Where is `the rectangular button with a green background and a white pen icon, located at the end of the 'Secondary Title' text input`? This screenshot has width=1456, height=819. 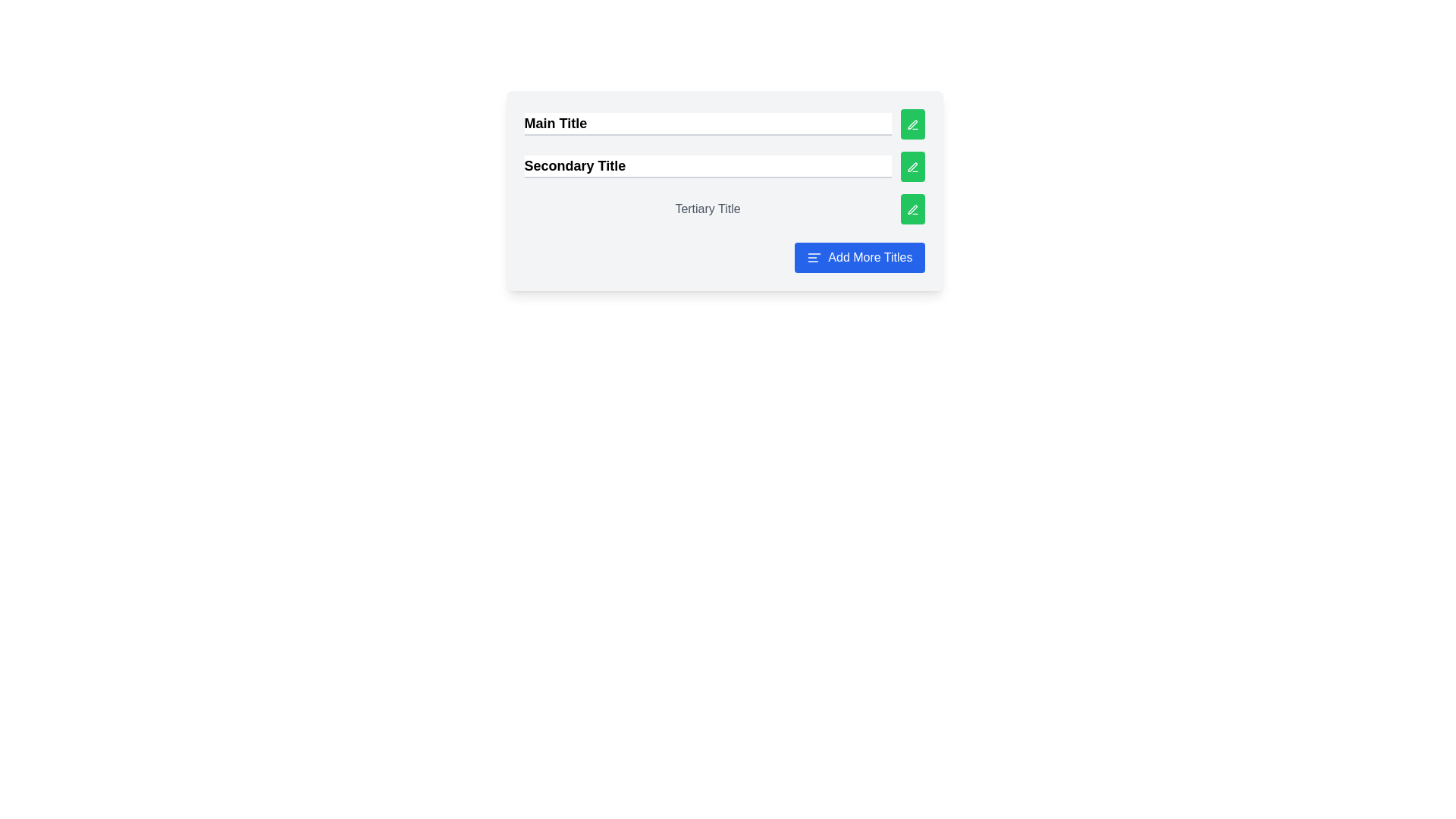
the rectangular button with a green background and a white pen icon, located at the end of the 'Secondary Title' text input is located at coordinates (912, 166).